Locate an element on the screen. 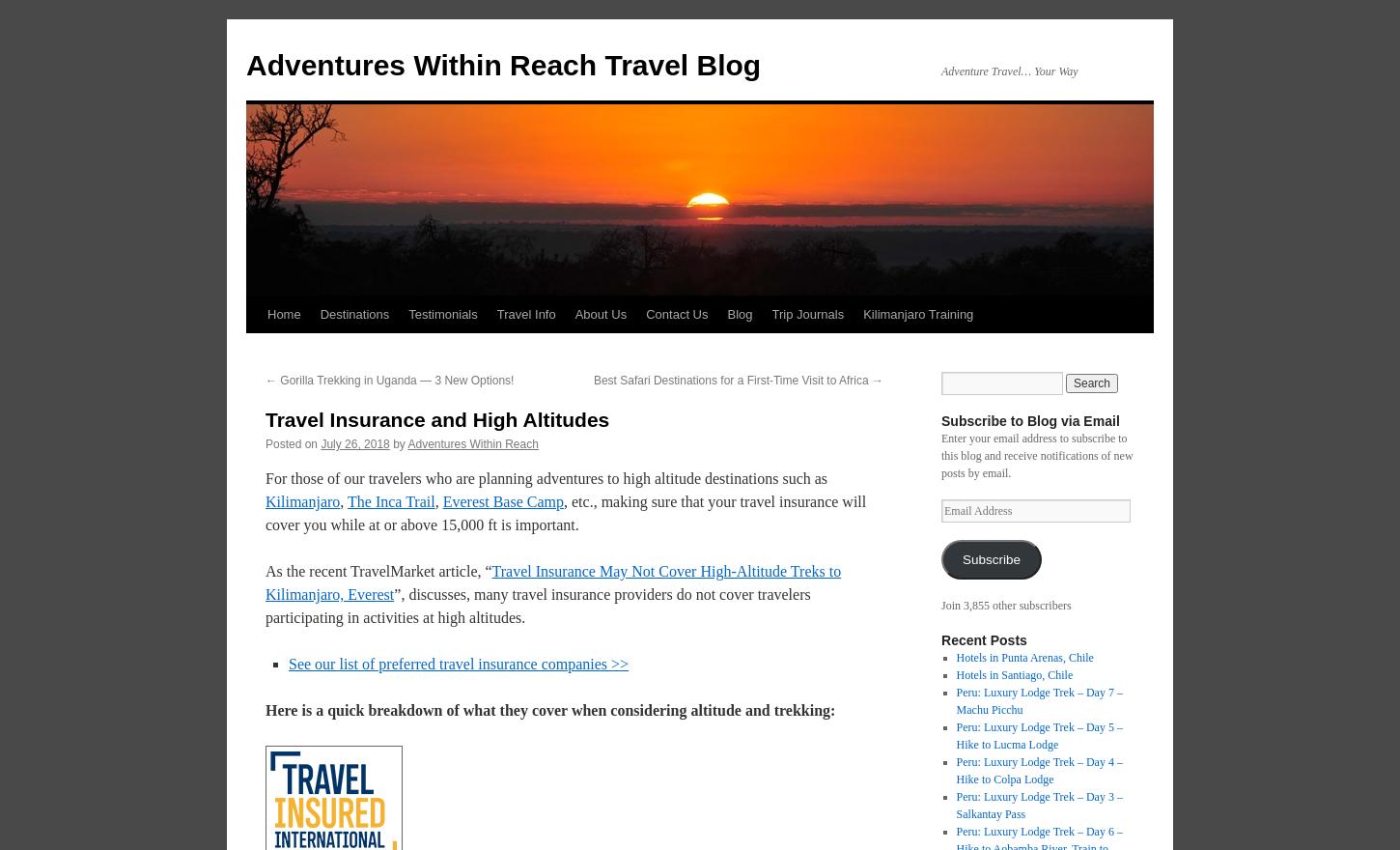 The width and height of the screenshot is (1400, 850). 'July 26, 2018' is located at coordinates (353, 442).